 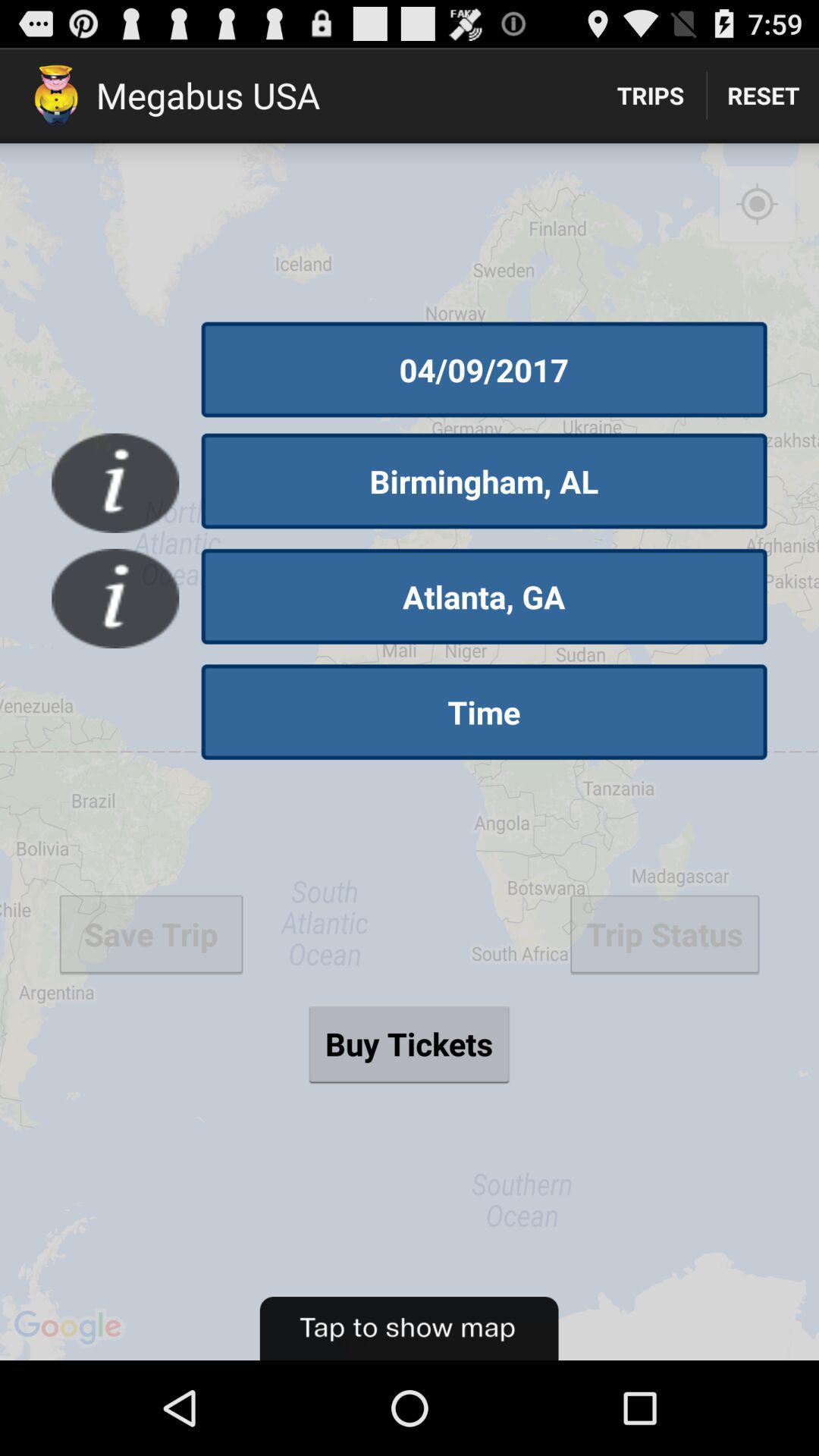 I want to click on the item below the trips icon, so click(x=409, y=752).